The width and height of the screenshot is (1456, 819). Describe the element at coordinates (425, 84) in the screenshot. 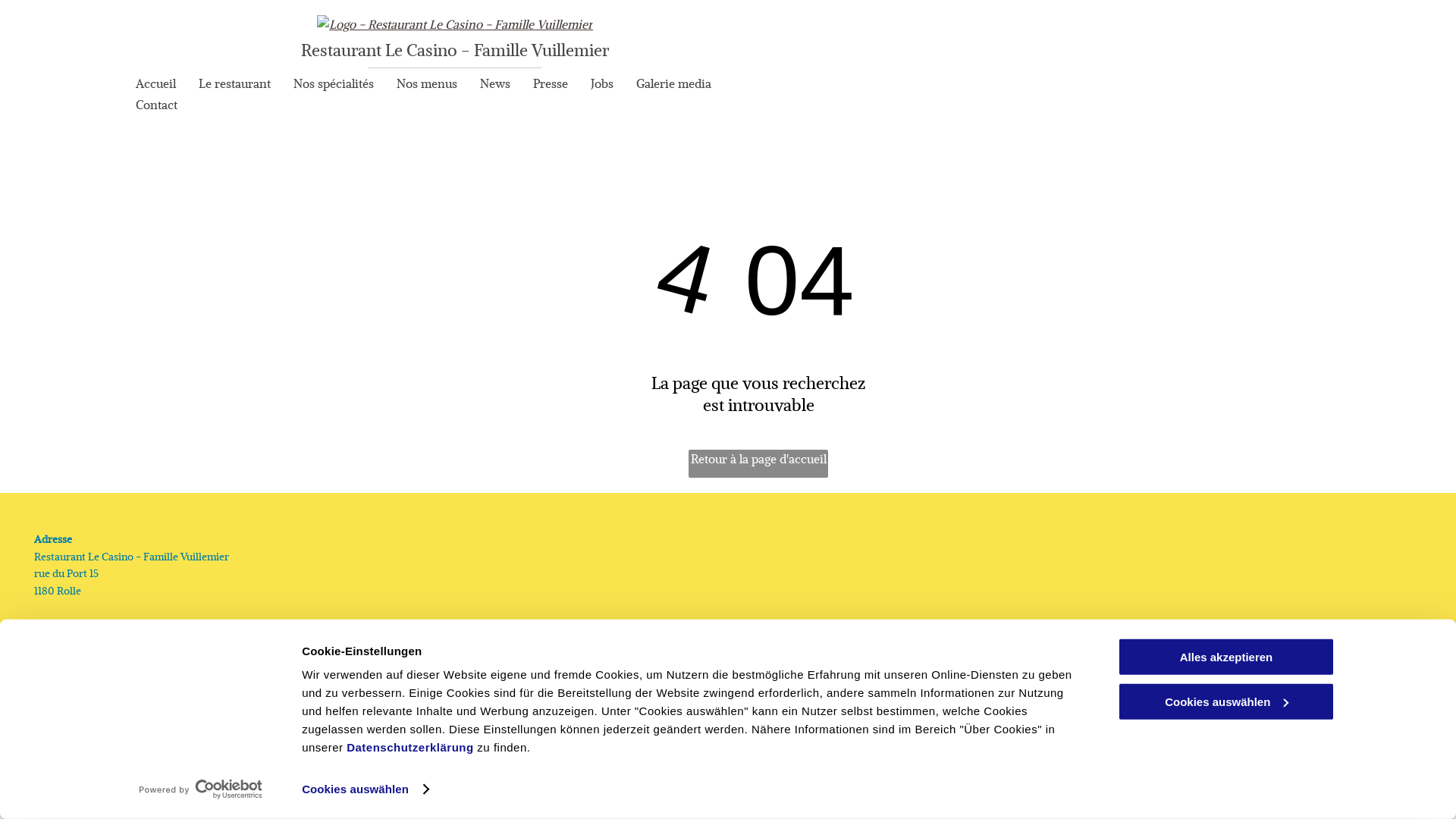

I see `'Nos menus'` at that location.